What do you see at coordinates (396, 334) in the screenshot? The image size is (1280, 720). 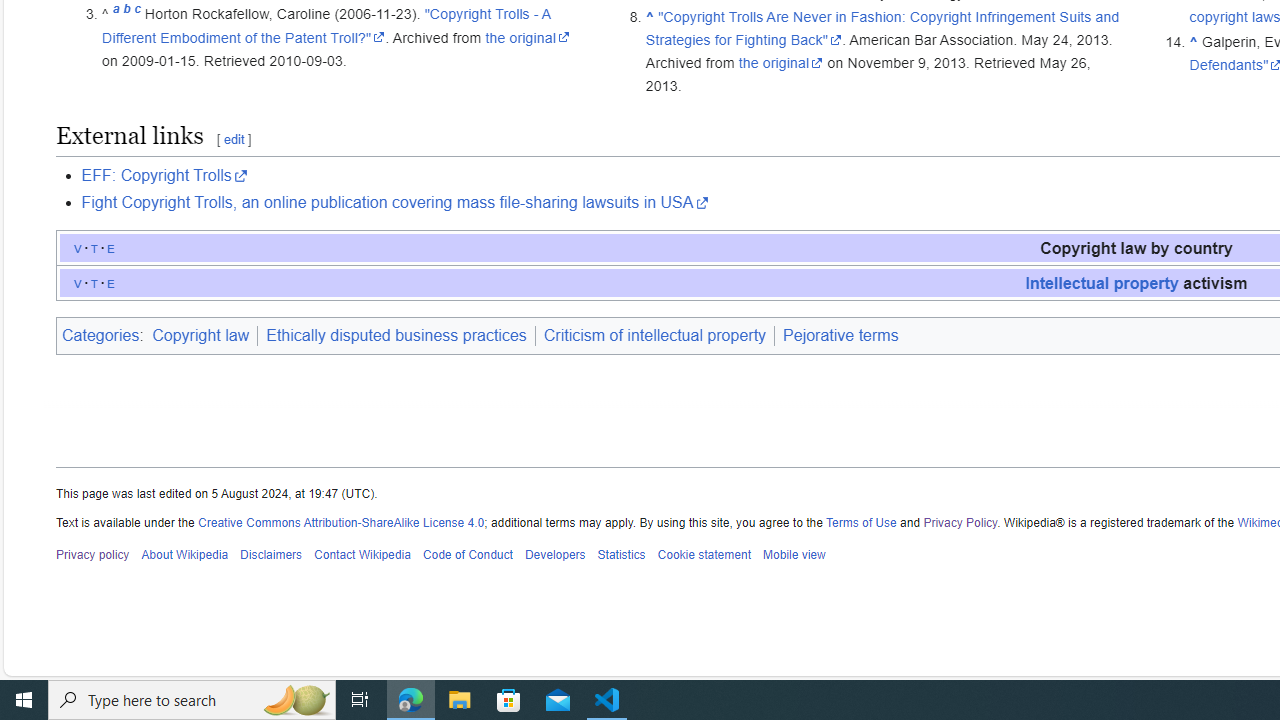 I see `'Ethically disputed business practices'` at bounding box center [396, 334].